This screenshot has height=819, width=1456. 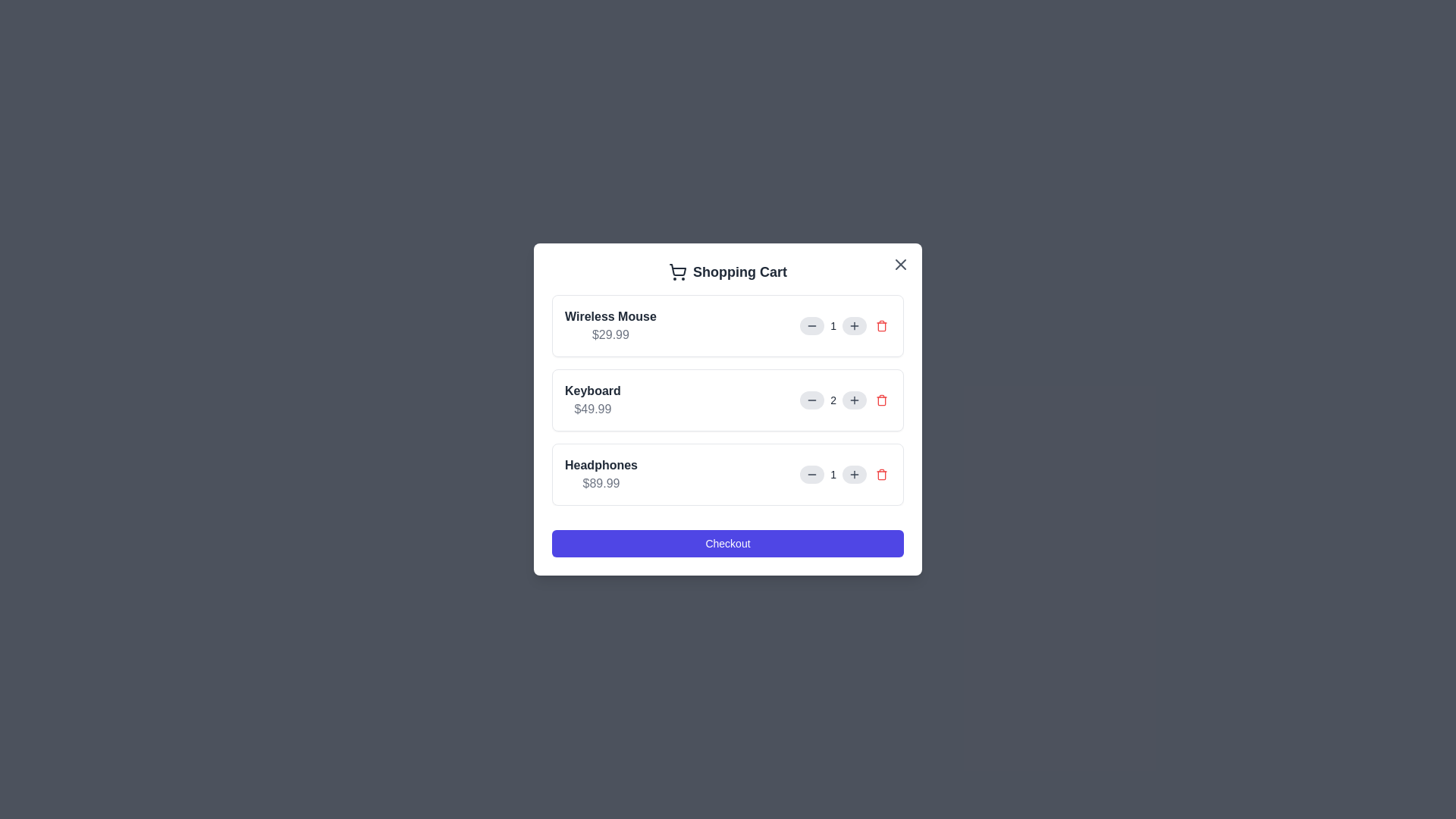 I want to click on the trash icon located at the far right of the quantity adjustment buttons in the first item's row of the shopping cart, so click(x=881, y=325).